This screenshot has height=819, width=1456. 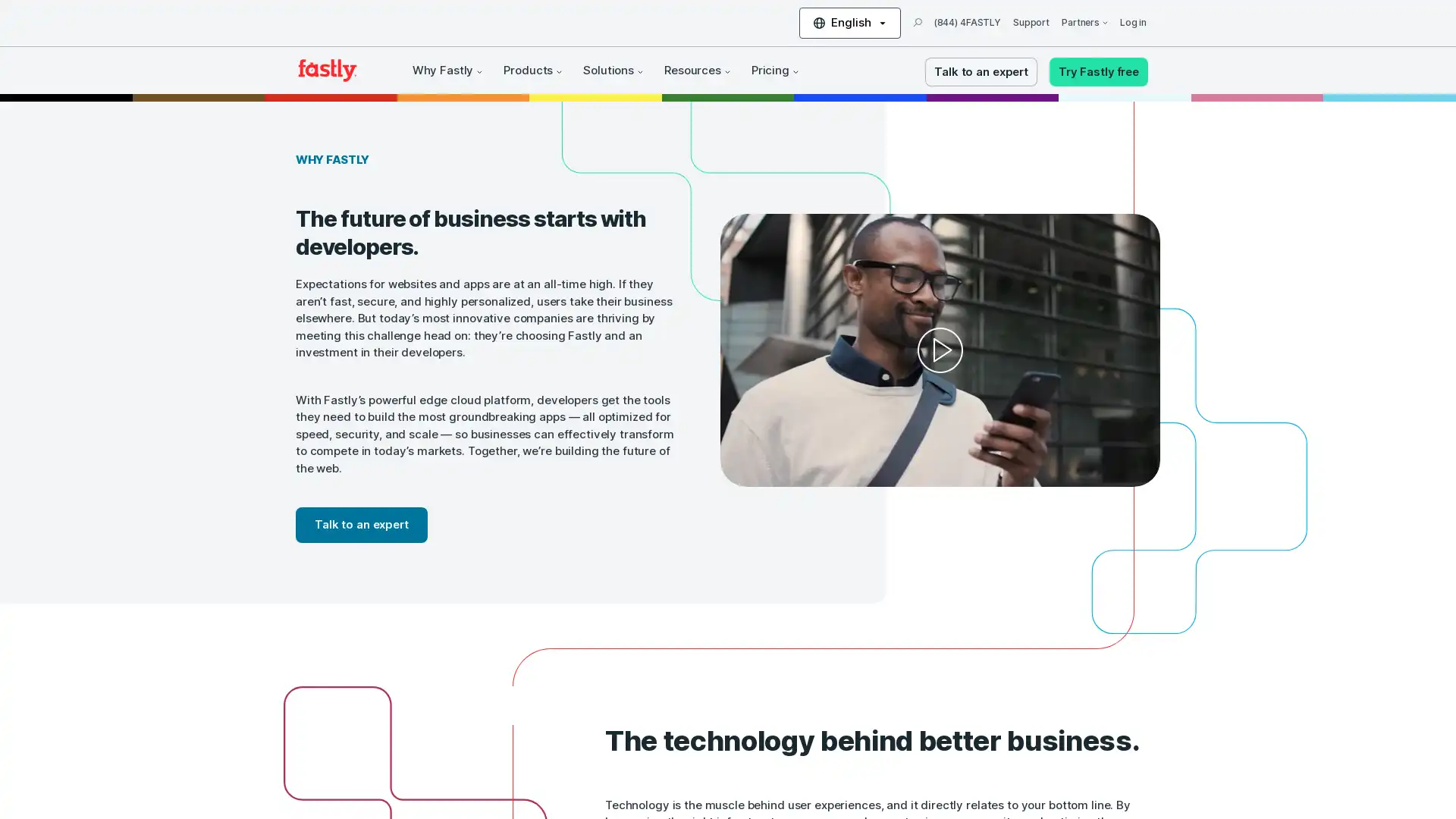 I want to click on play, so click(x=927, y=347).